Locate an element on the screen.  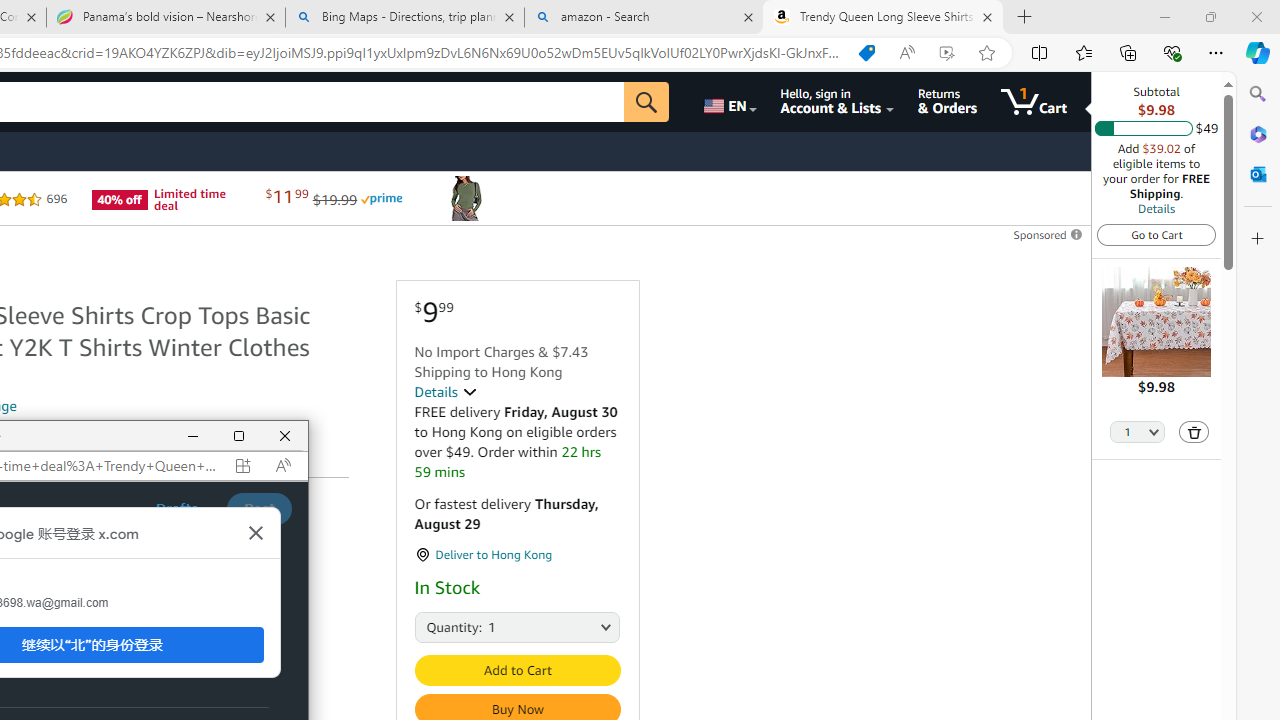
'Go to Cart' is located at coordinates (1156, 233).